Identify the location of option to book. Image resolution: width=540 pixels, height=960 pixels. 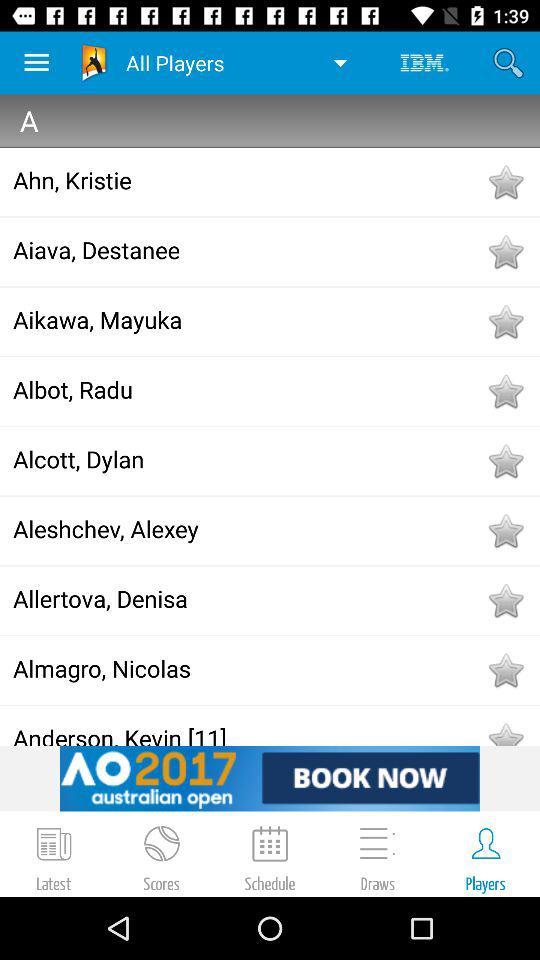
(270, 777).